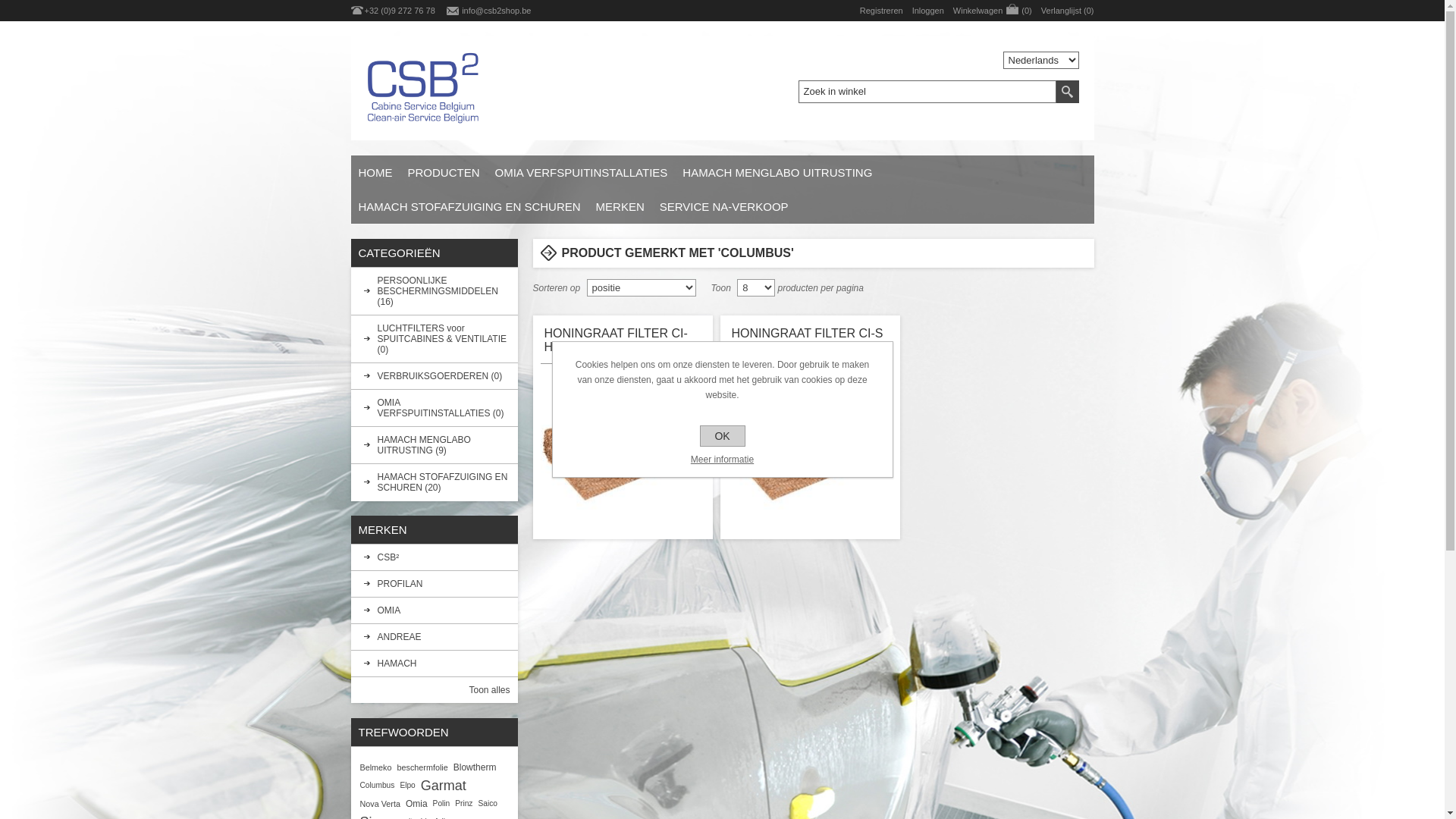  What do you see at coordinates (651, 206) in the screenshot?
I see `'SERVICE NA-VERKOOP'` at bounding box center [651, 206].